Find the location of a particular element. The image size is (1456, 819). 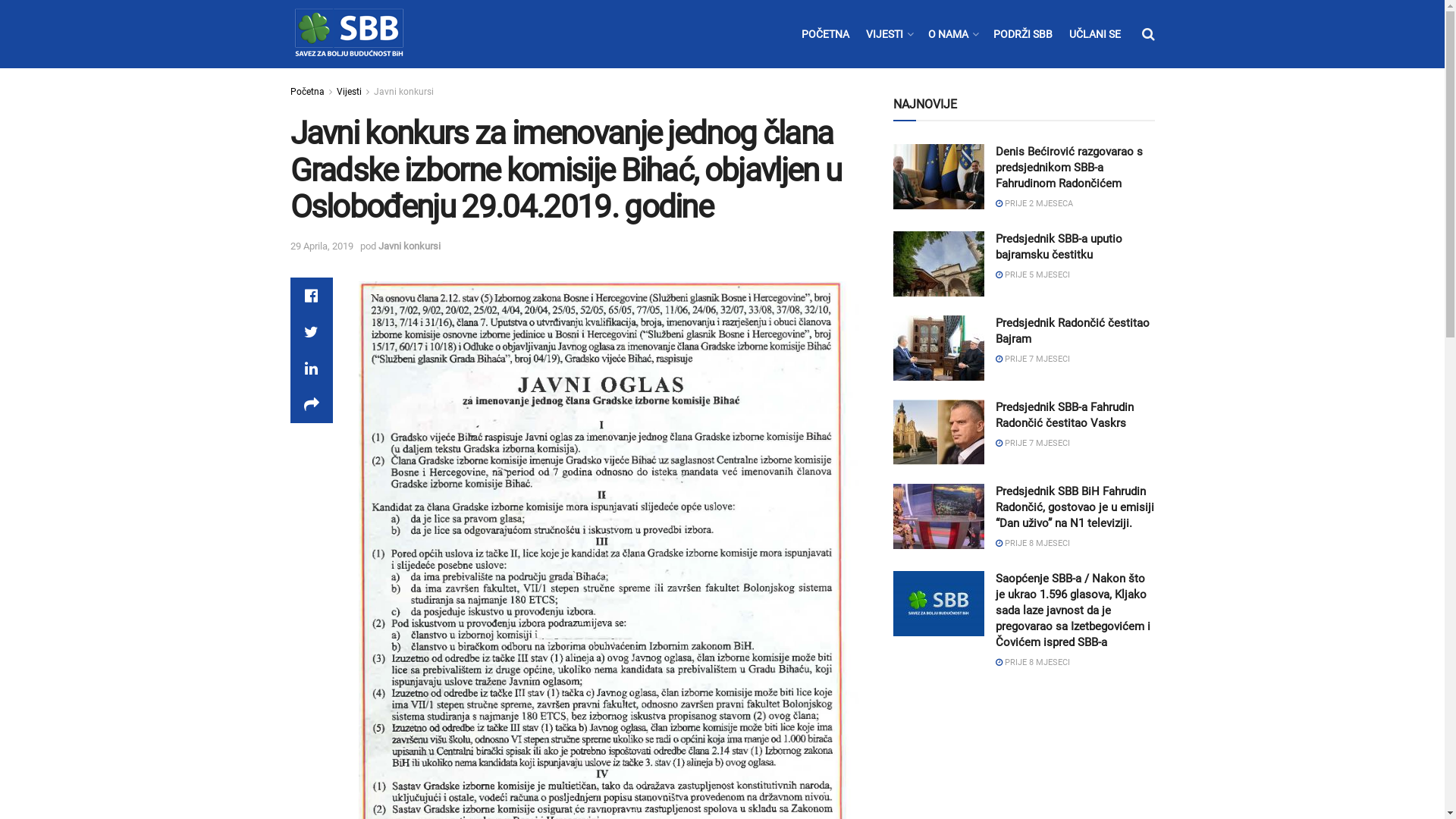

'O NAMA' is located at coordinates (952, 34).